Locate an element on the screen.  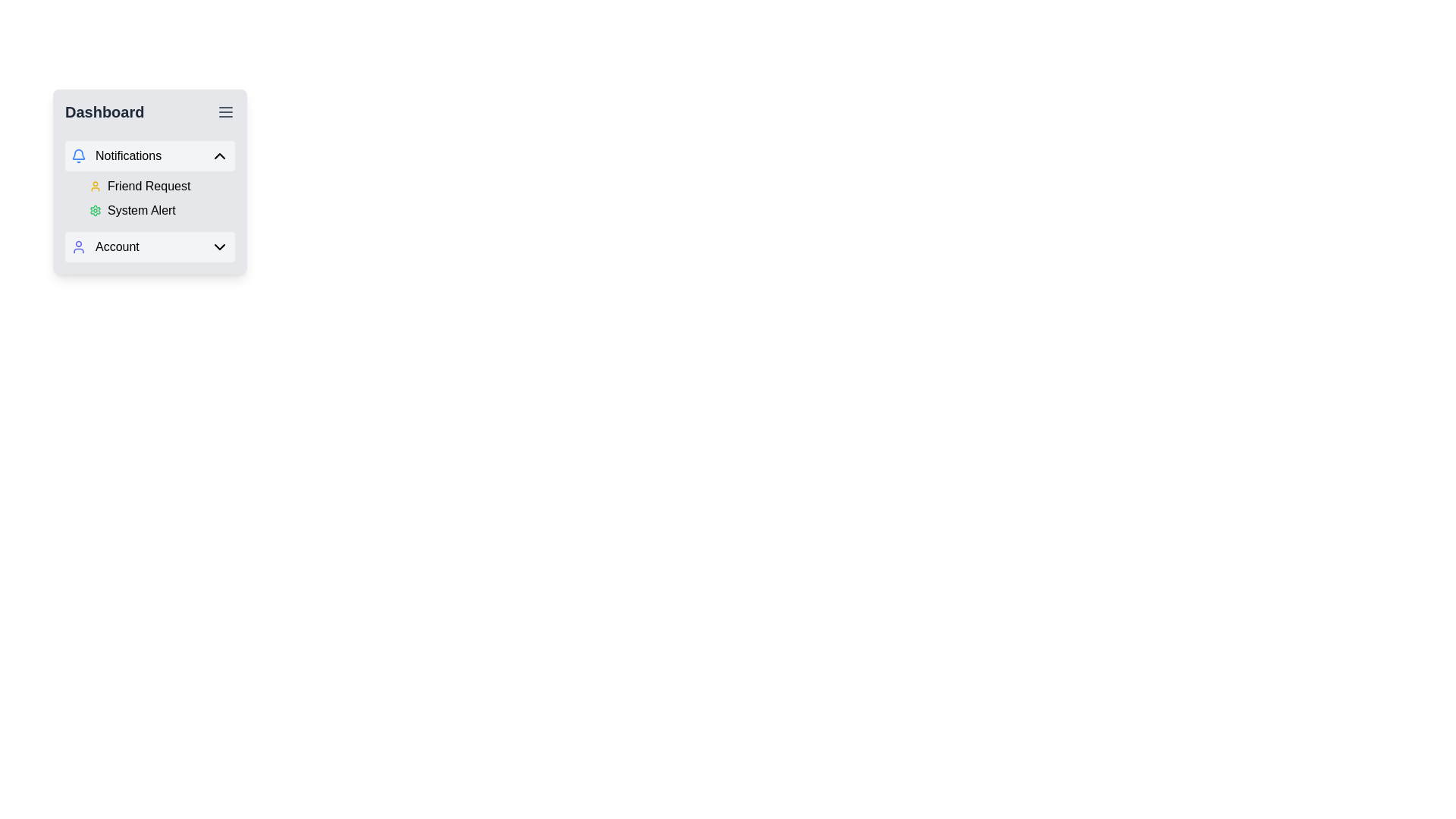
the chevron icon located in the bottom-right corner of the 'Account' entry in the navigation panel is located at coordinates (218, 246).